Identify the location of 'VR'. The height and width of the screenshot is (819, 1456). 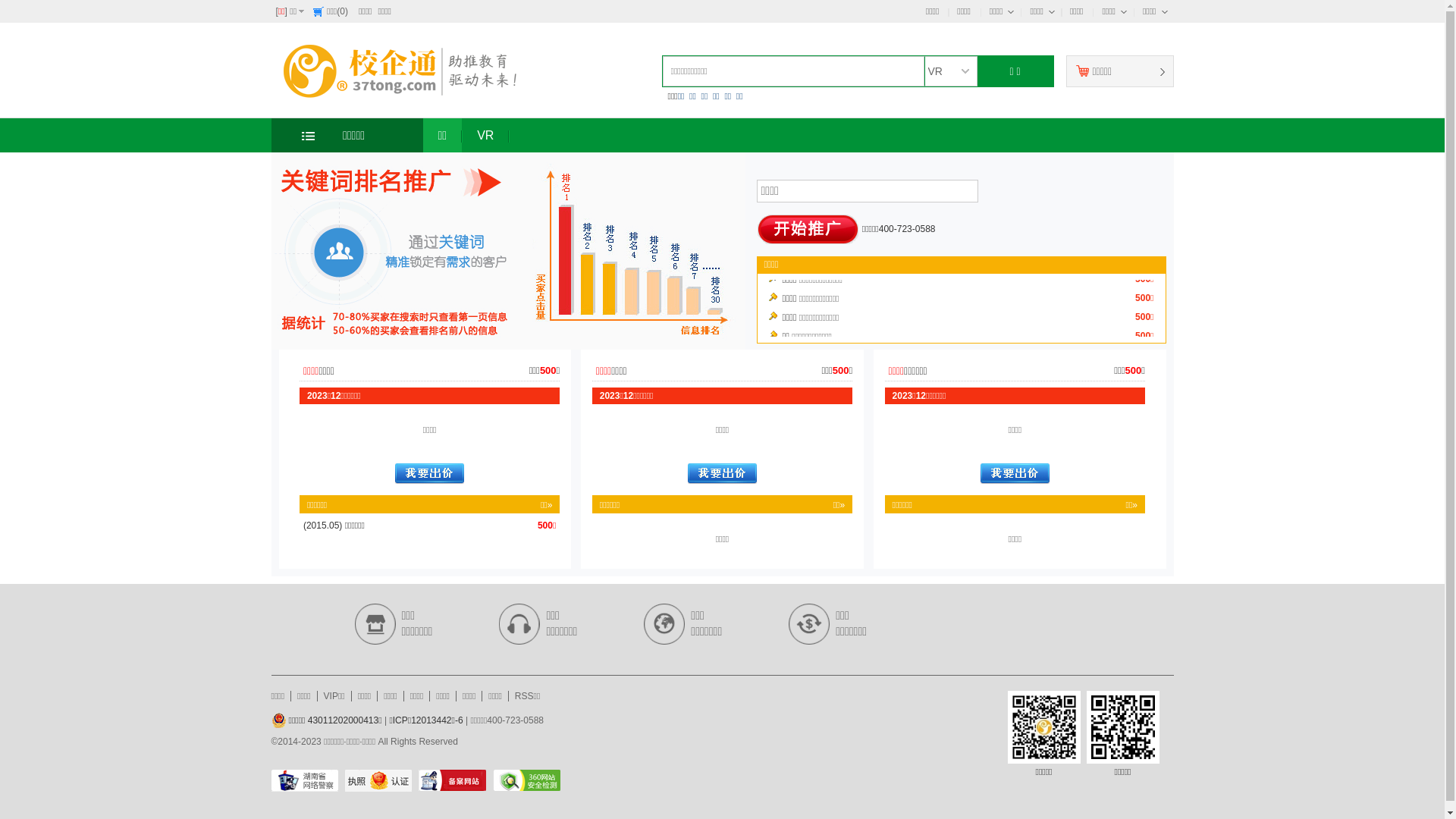
(461, 134).